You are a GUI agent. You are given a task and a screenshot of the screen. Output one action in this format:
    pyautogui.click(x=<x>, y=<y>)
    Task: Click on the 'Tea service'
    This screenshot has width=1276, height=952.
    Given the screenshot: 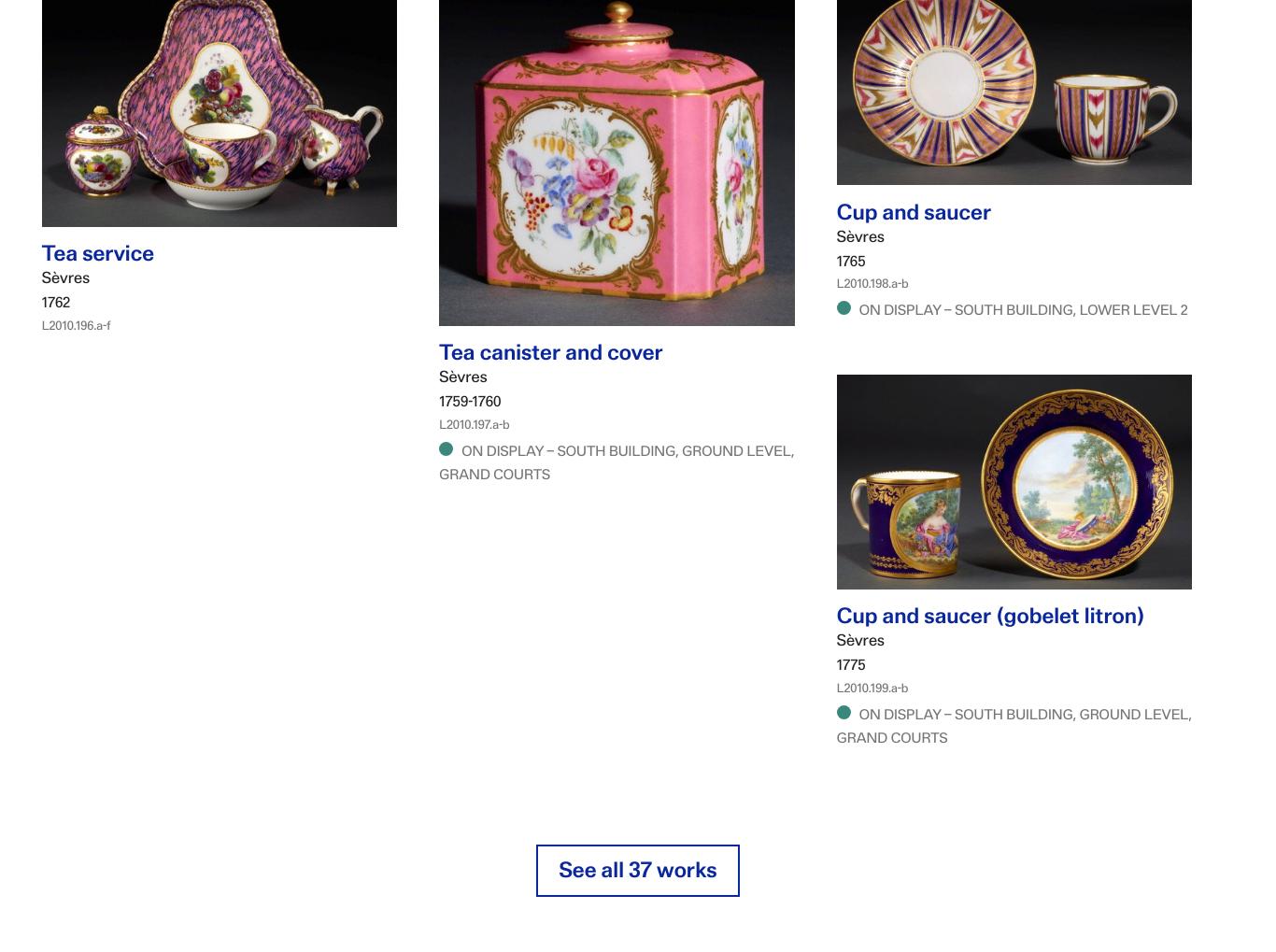 What is the action you would take?
    pyautogui.click(x=97, y=260)
    